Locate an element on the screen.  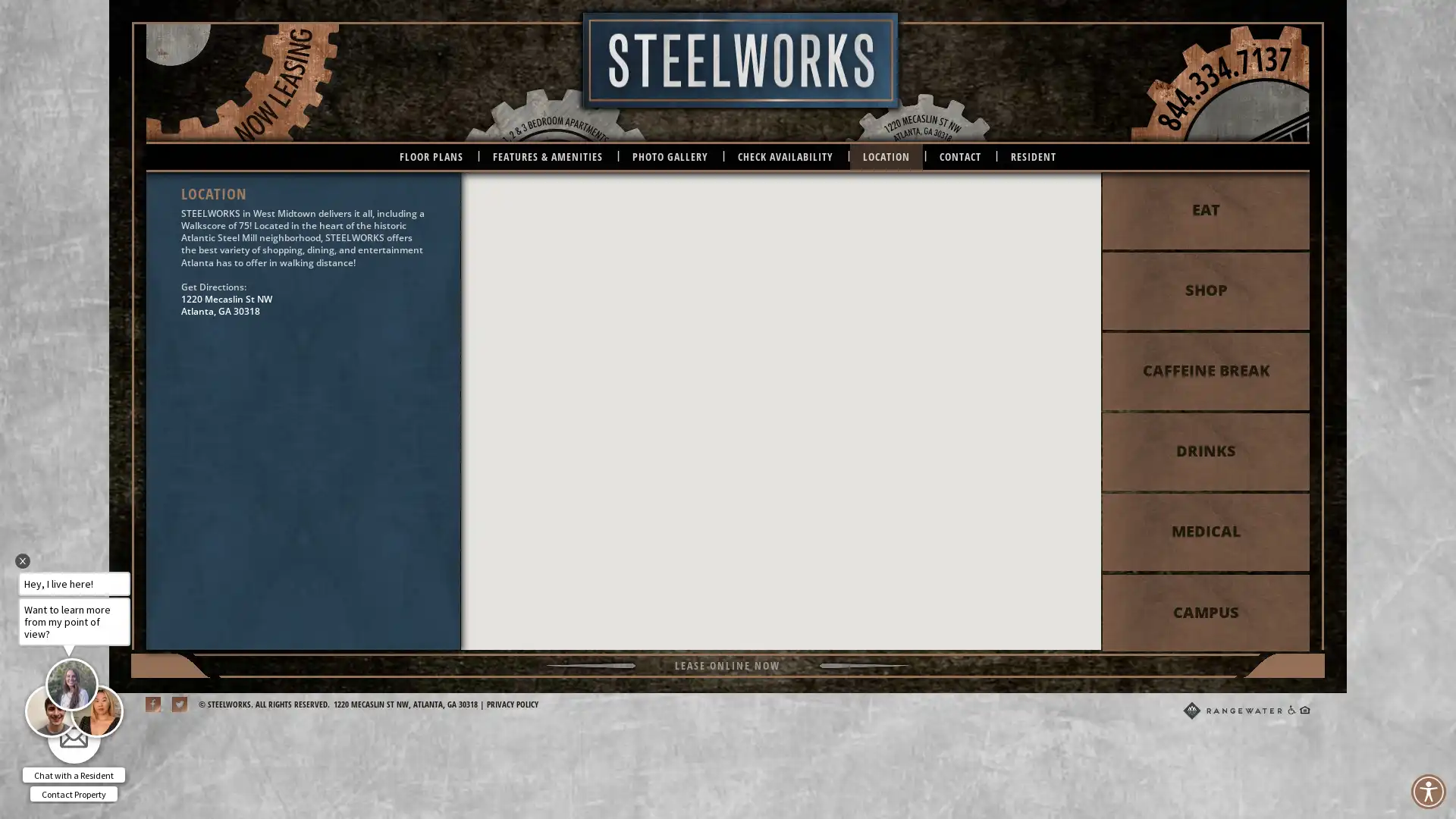
Keyboard shortcuts is located at coordinates (848, 643).